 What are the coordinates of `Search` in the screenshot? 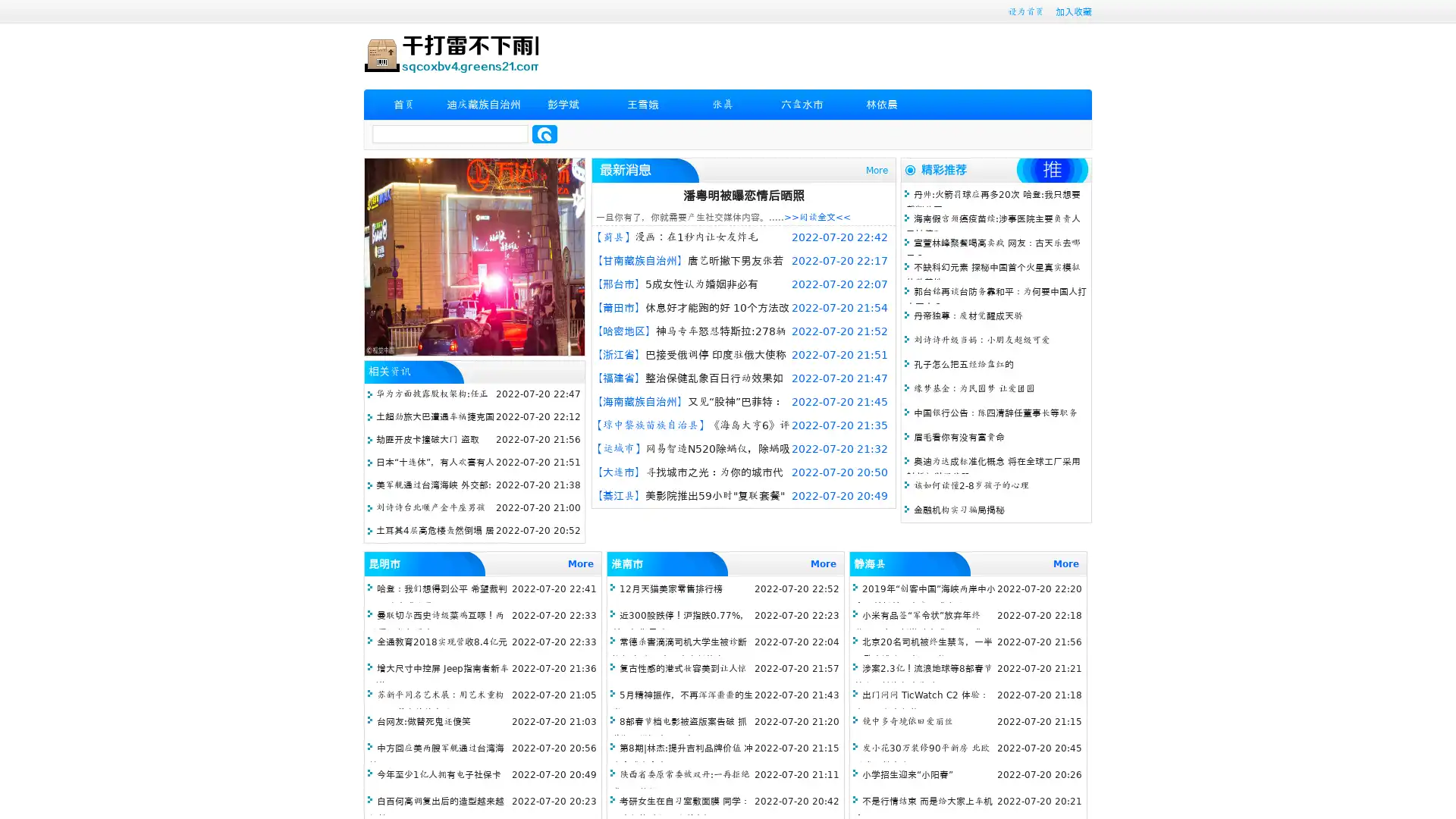 It's located at (544, 133).